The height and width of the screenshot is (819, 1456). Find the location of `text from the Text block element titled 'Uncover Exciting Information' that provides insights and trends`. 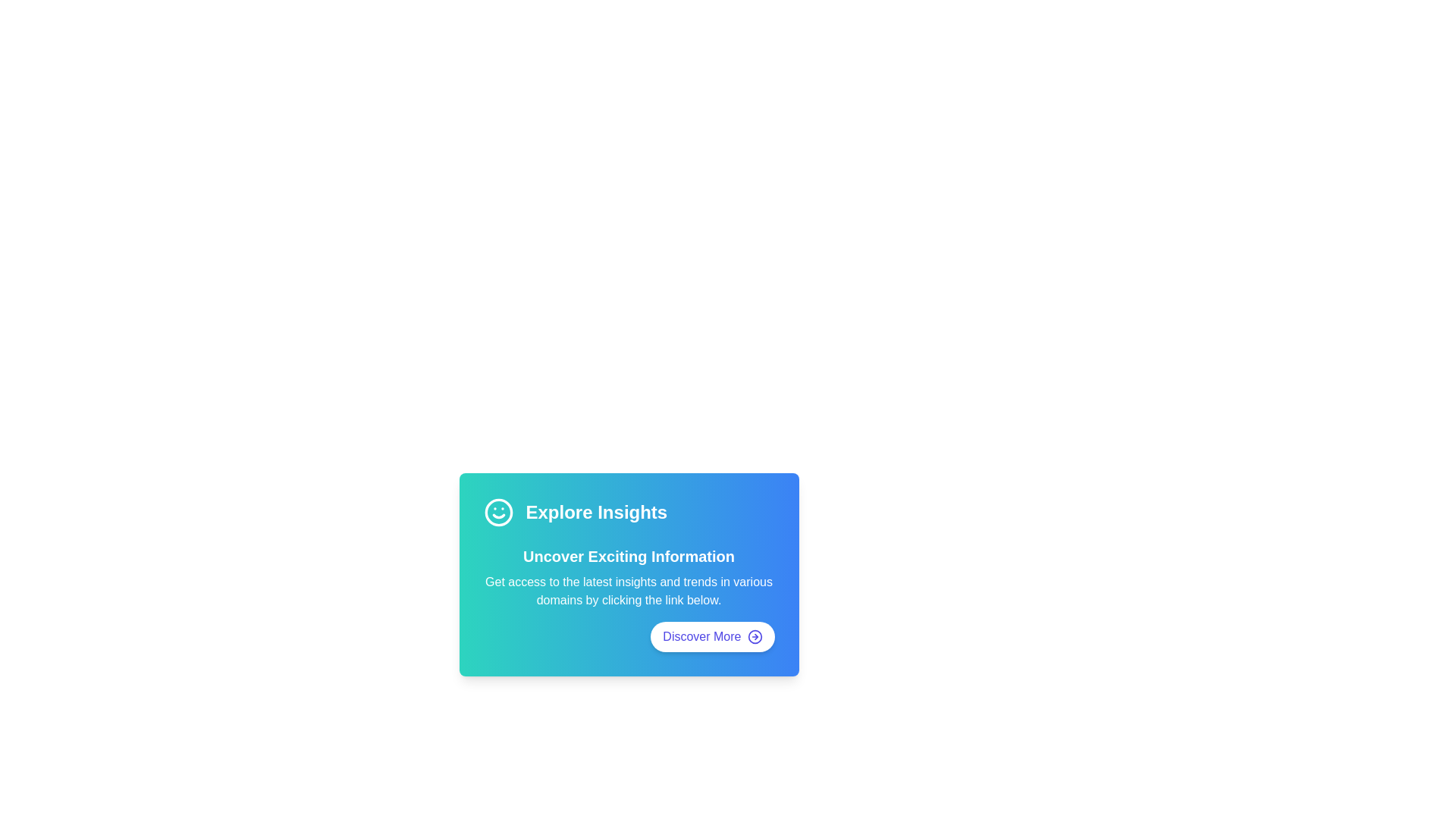

text from the Text block element titled 'Uncover Exciting Information' that provides insights and trends is located at coordinates (629, 578).